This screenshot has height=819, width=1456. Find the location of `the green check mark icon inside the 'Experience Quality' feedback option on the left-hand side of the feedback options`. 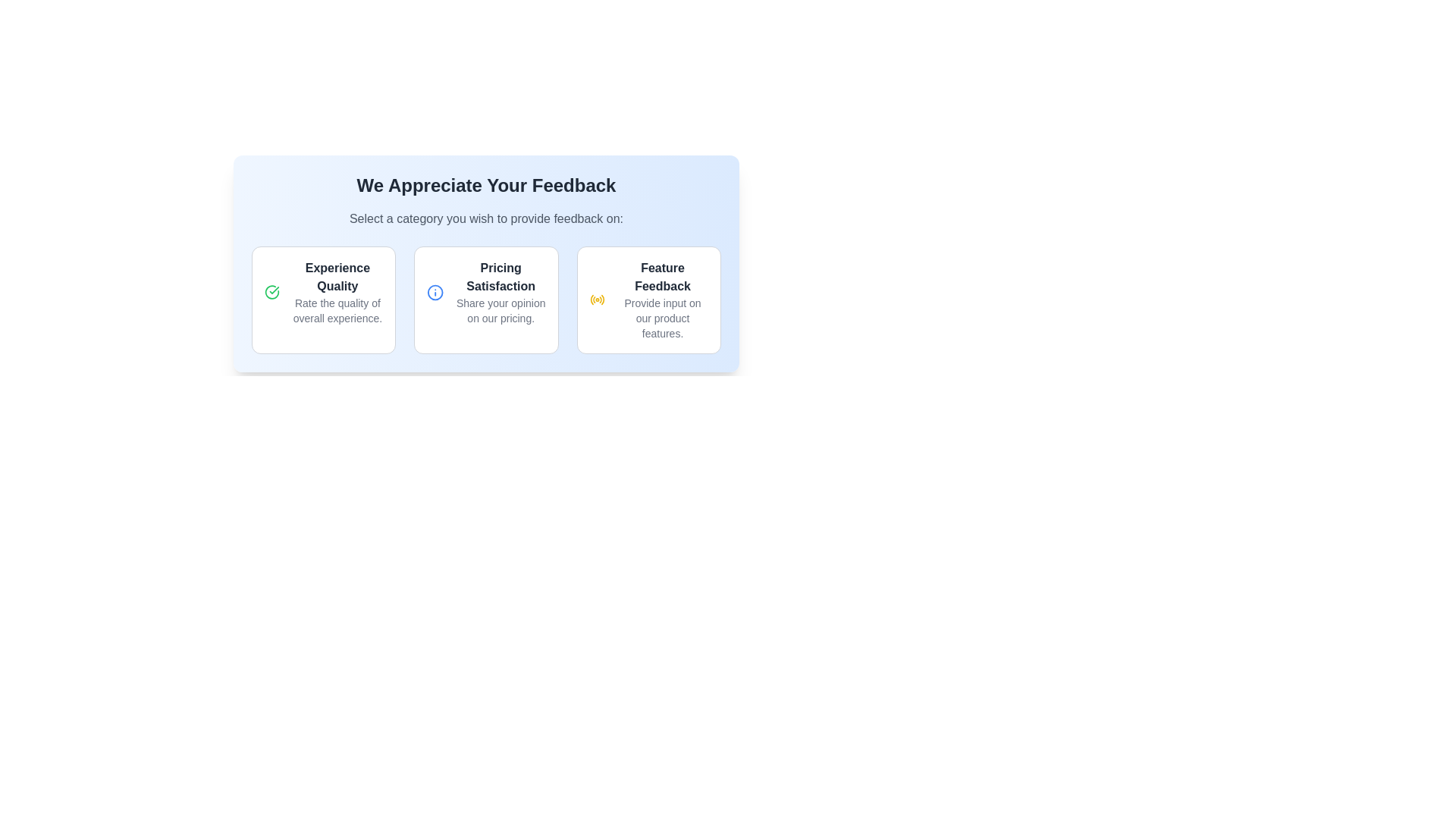

the green check mark icon inside the 'Experience Quality' feedback option on the left-hand side of the feedback options is located at coordinates (275, 290).